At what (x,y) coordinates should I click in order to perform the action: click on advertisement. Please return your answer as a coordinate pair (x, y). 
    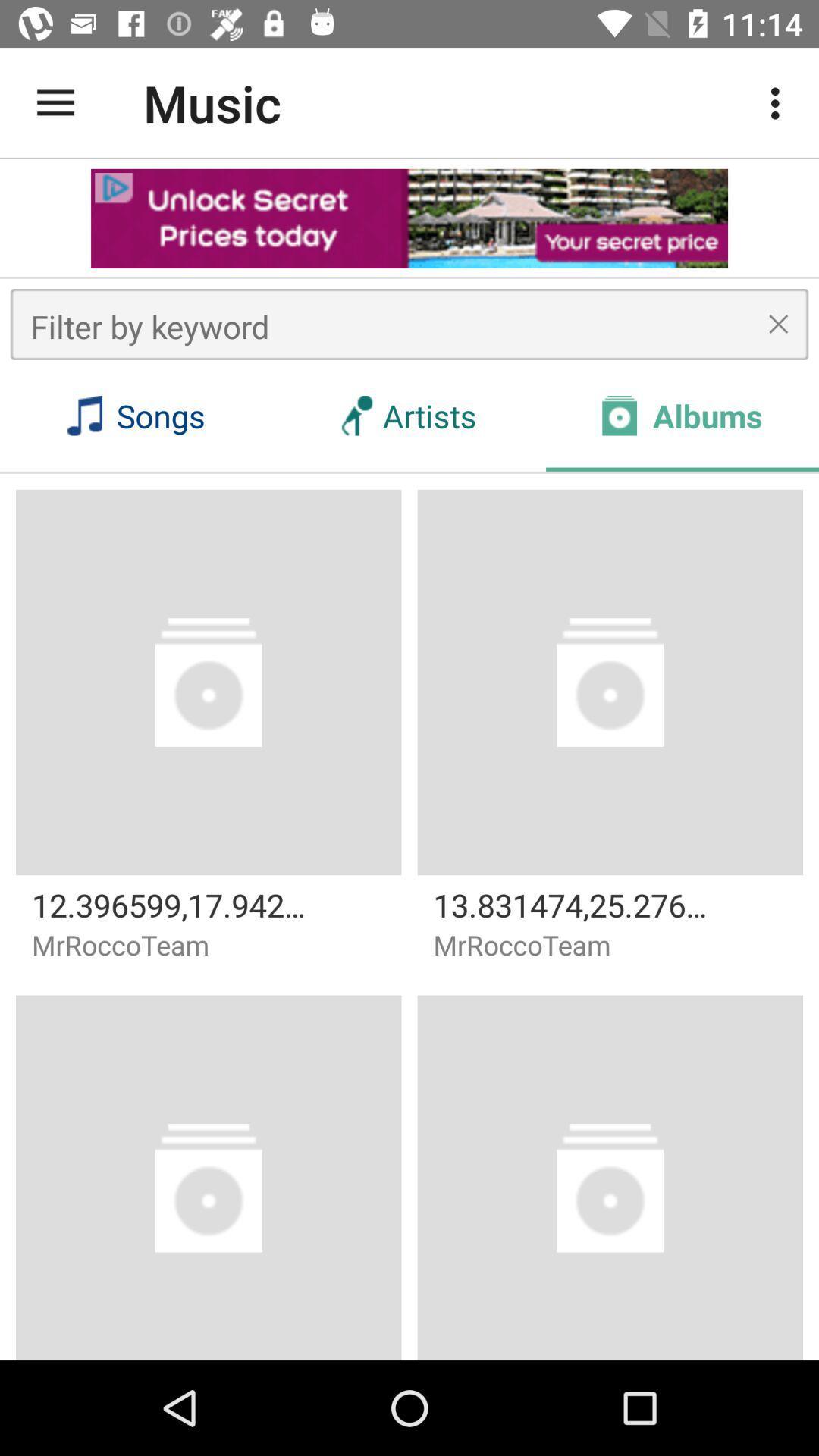
    Looking at the image, I should click on (409, 218).